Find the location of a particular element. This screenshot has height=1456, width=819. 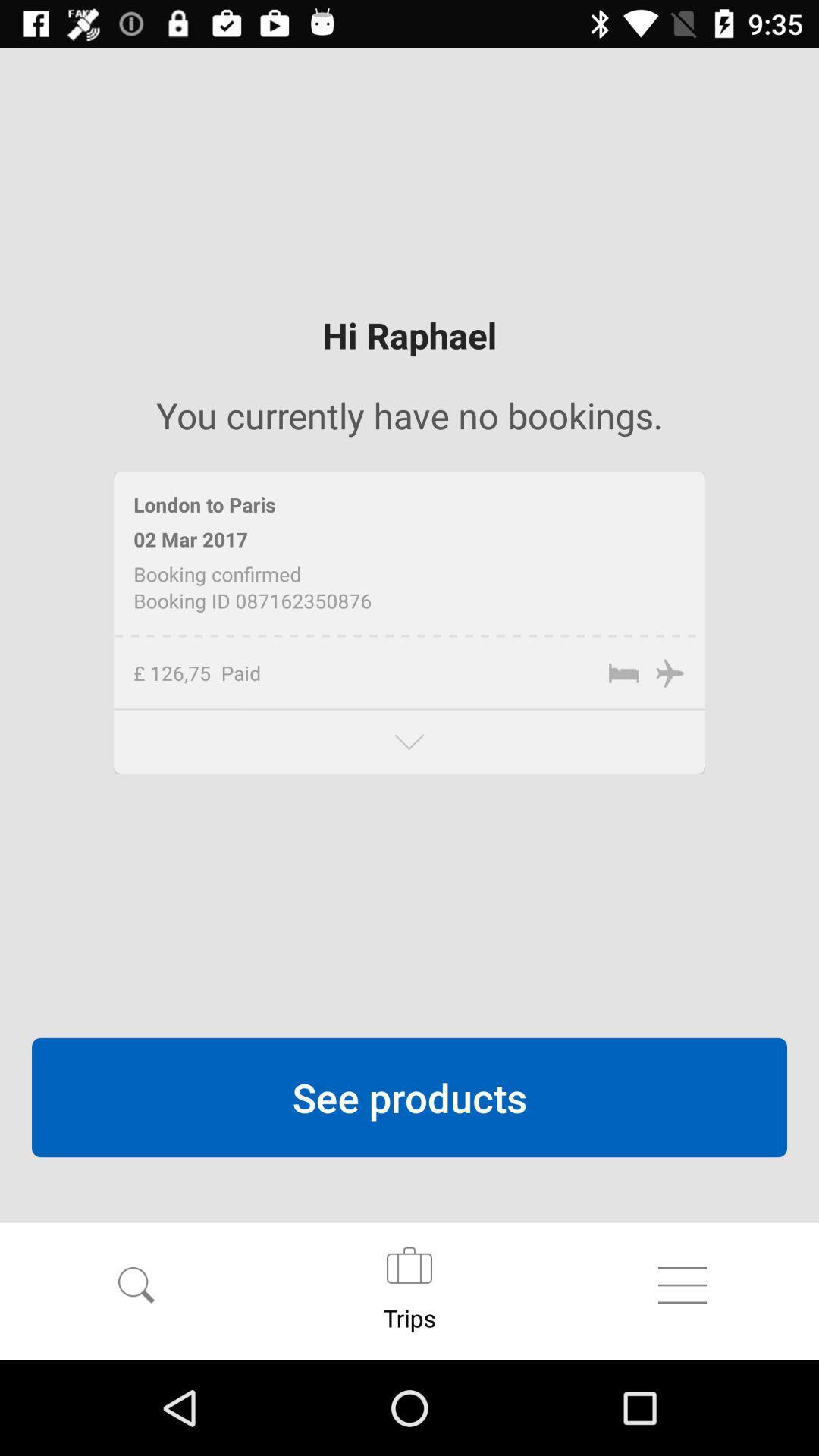

see products button is located at coordinates (409, 1097).